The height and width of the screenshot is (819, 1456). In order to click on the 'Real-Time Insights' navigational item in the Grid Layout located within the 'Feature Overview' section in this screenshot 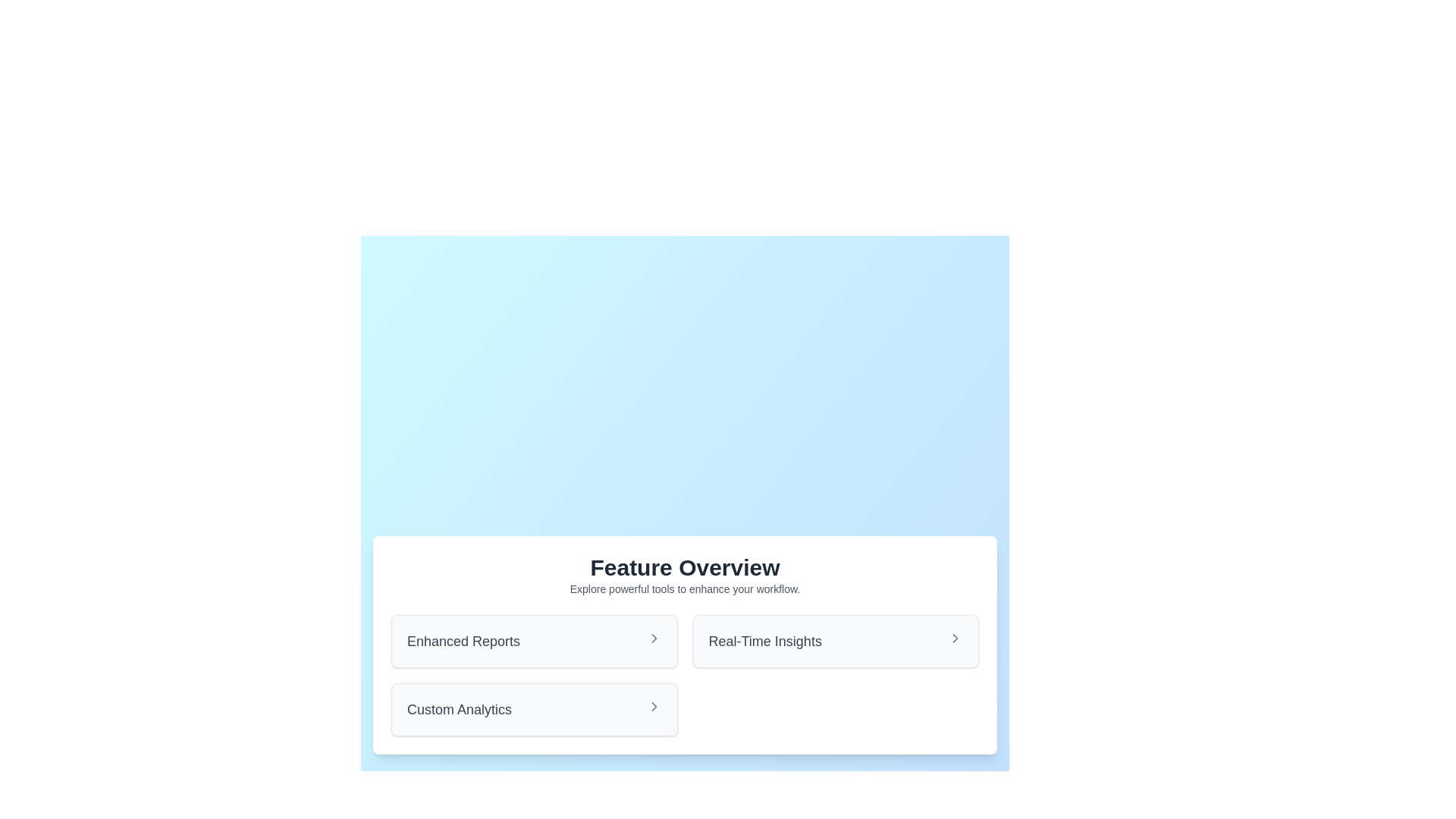, I will do `click(684, 675)`.